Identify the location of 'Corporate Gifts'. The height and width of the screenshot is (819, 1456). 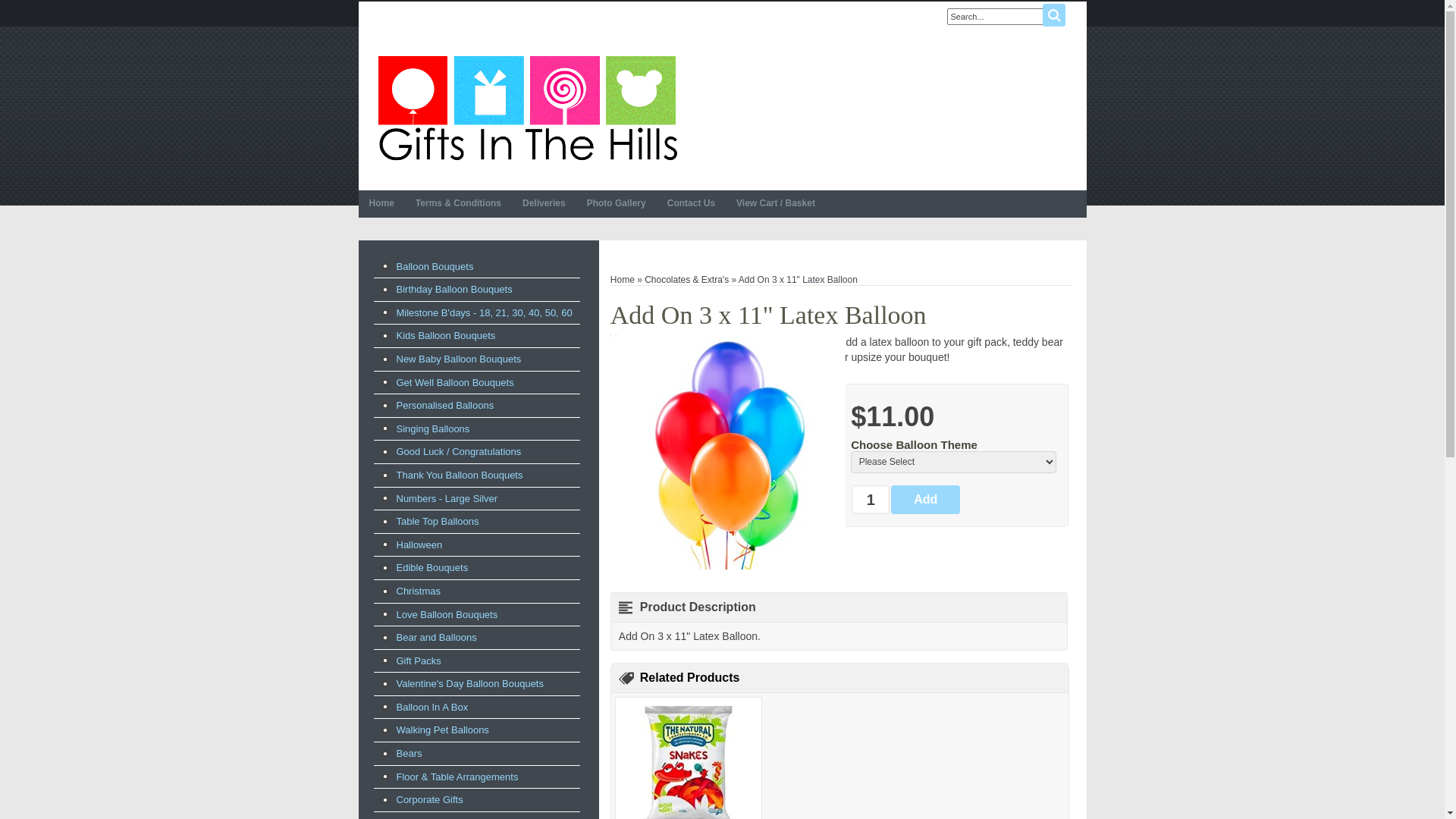
(475, 799).